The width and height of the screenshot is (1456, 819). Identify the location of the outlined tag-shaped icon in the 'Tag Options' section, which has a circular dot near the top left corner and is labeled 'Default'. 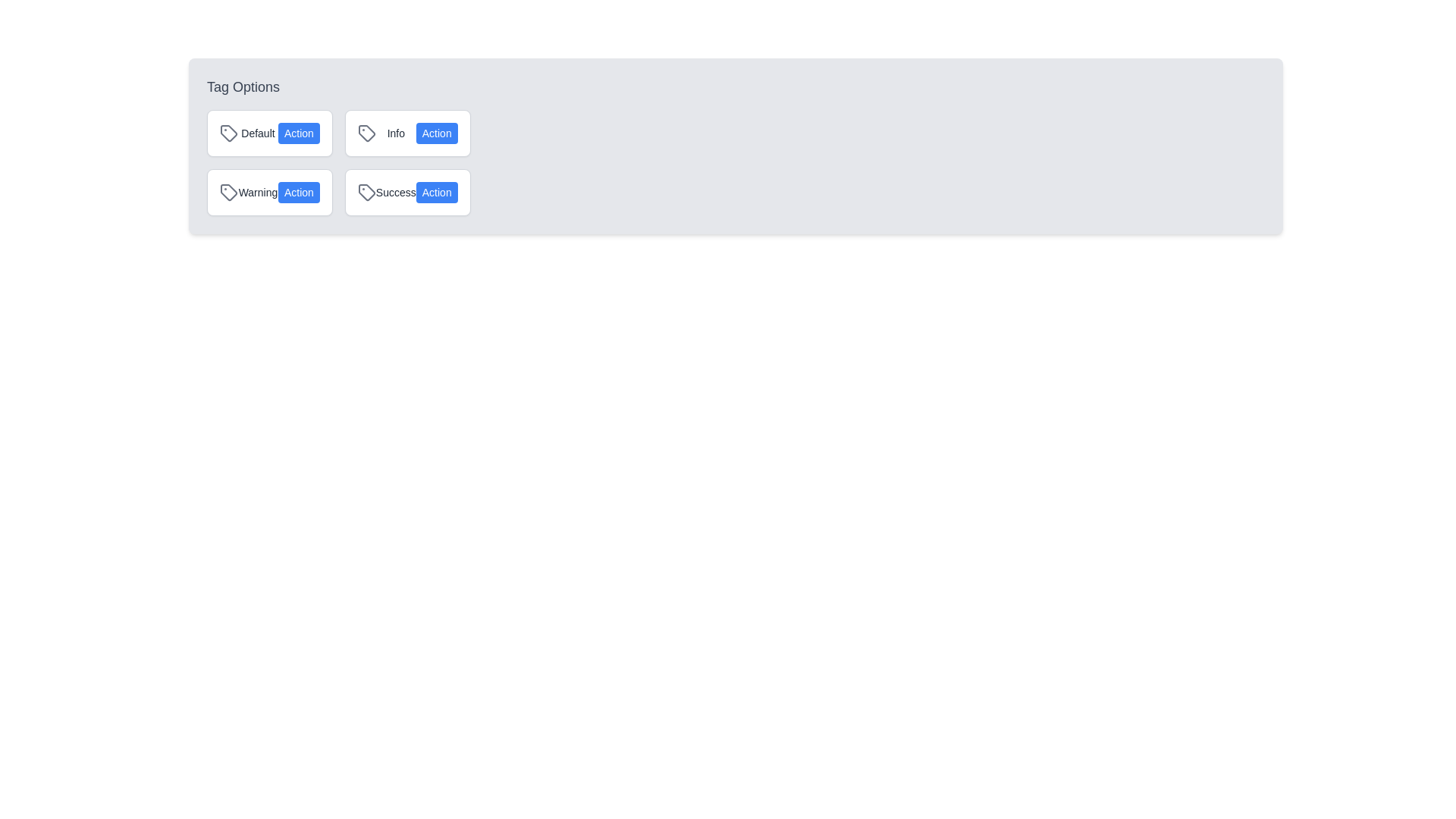
(228, 133).